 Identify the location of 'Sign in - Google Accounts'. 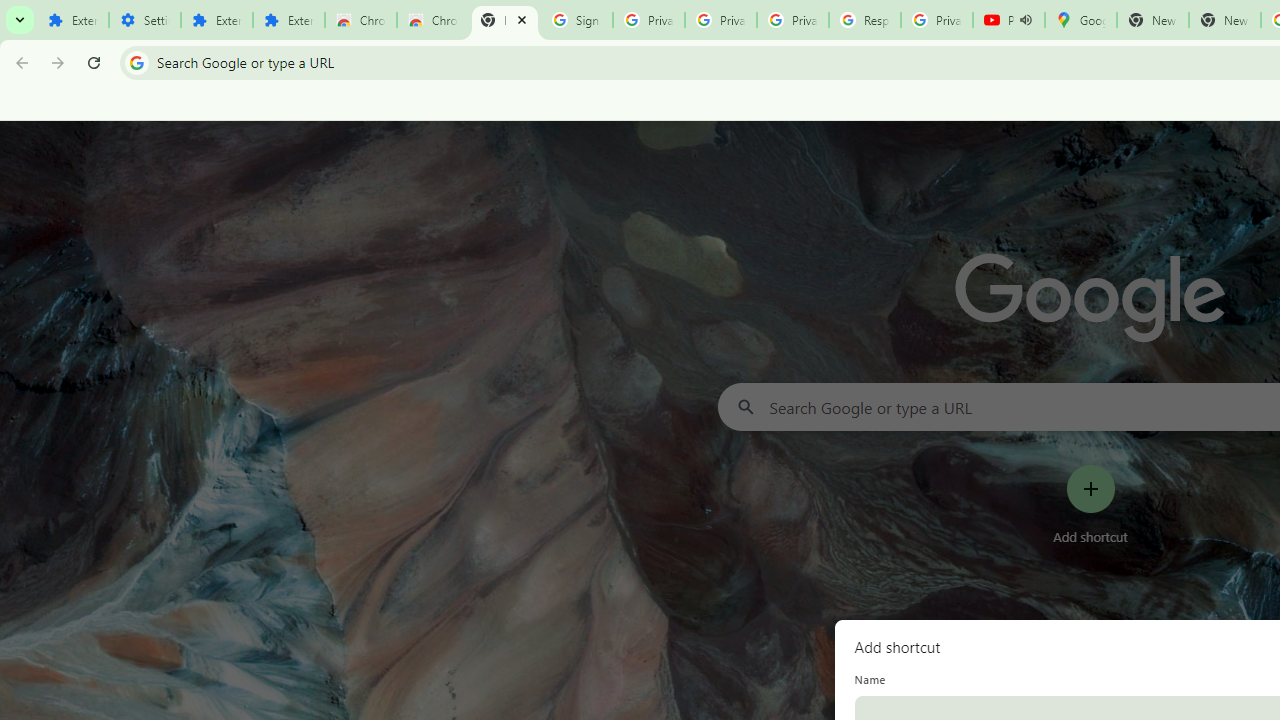
(576, 20).